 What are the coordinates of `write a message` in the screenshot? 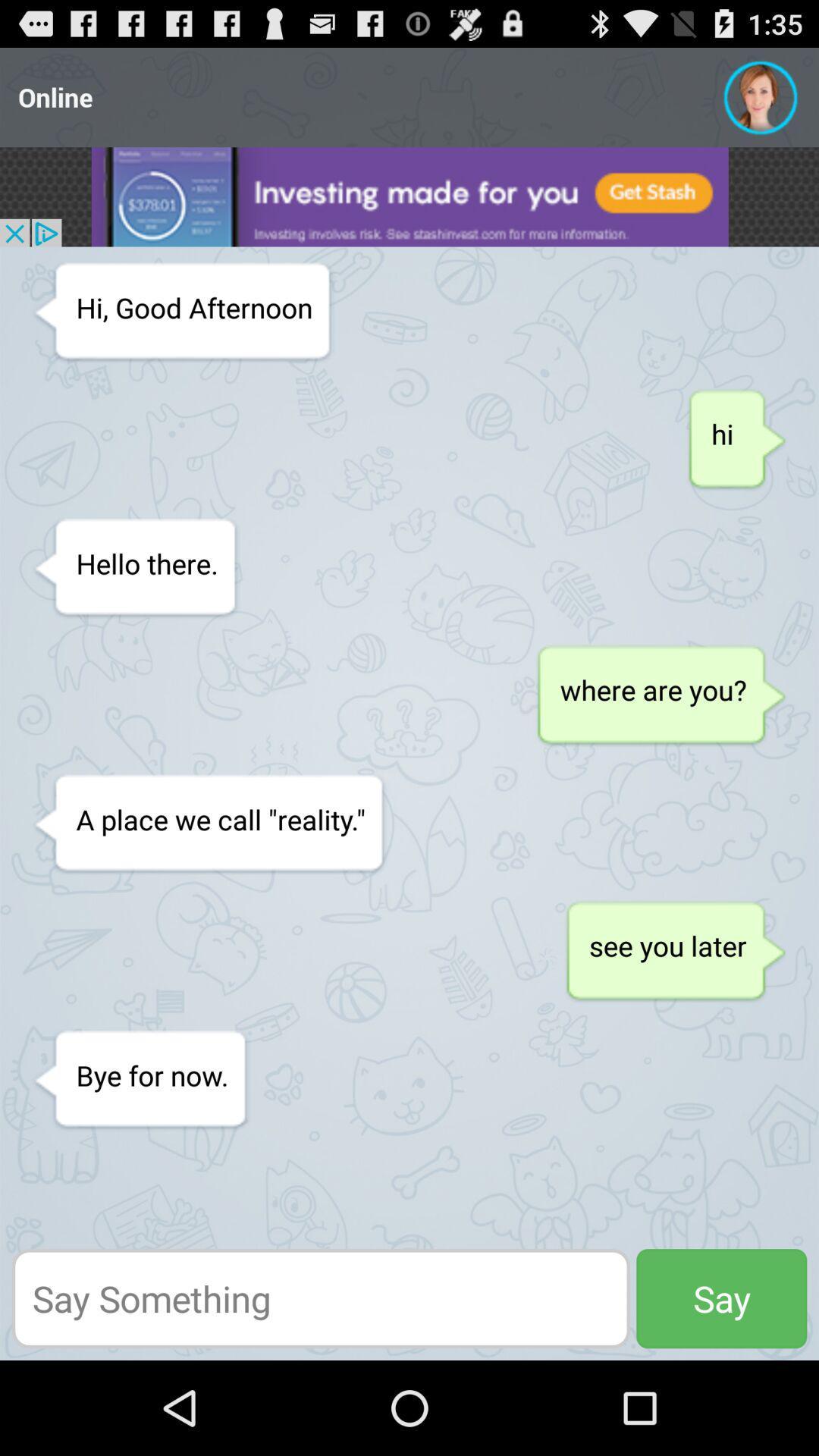 It's located at (320, 1298).